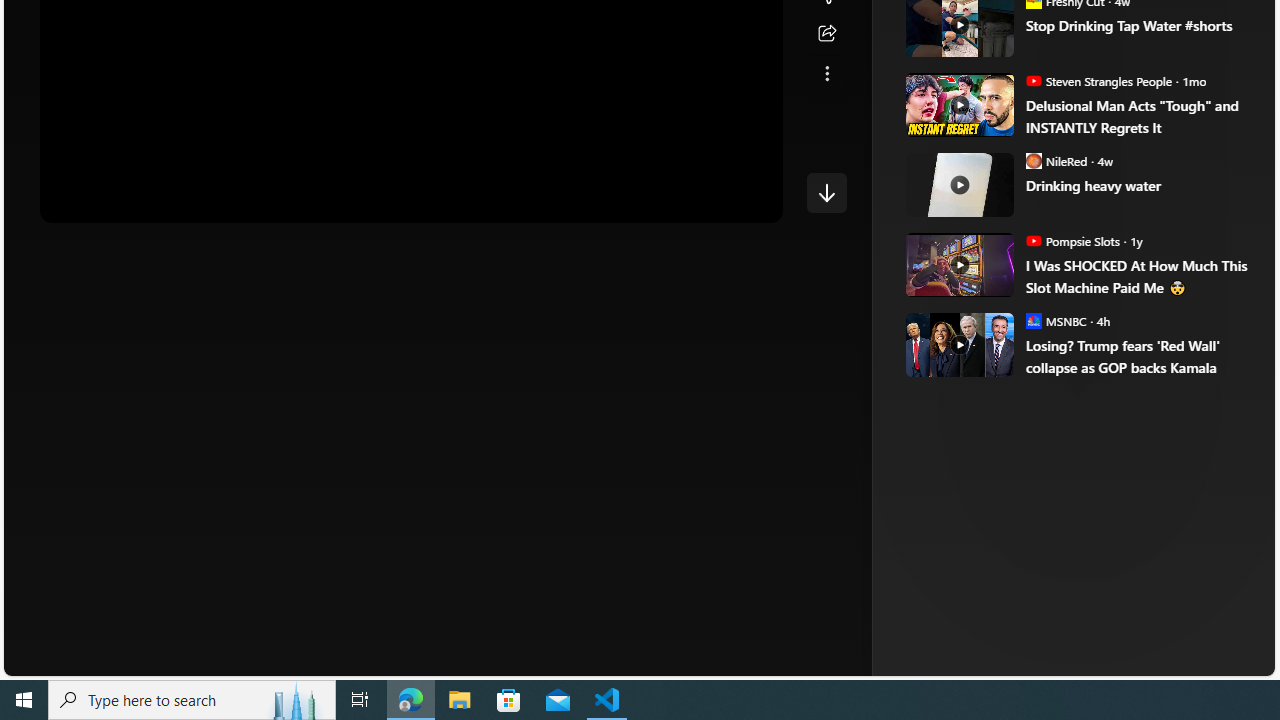  I want to click on 'Stop Drinking Tap Water #shorts', so click(1136, 25).